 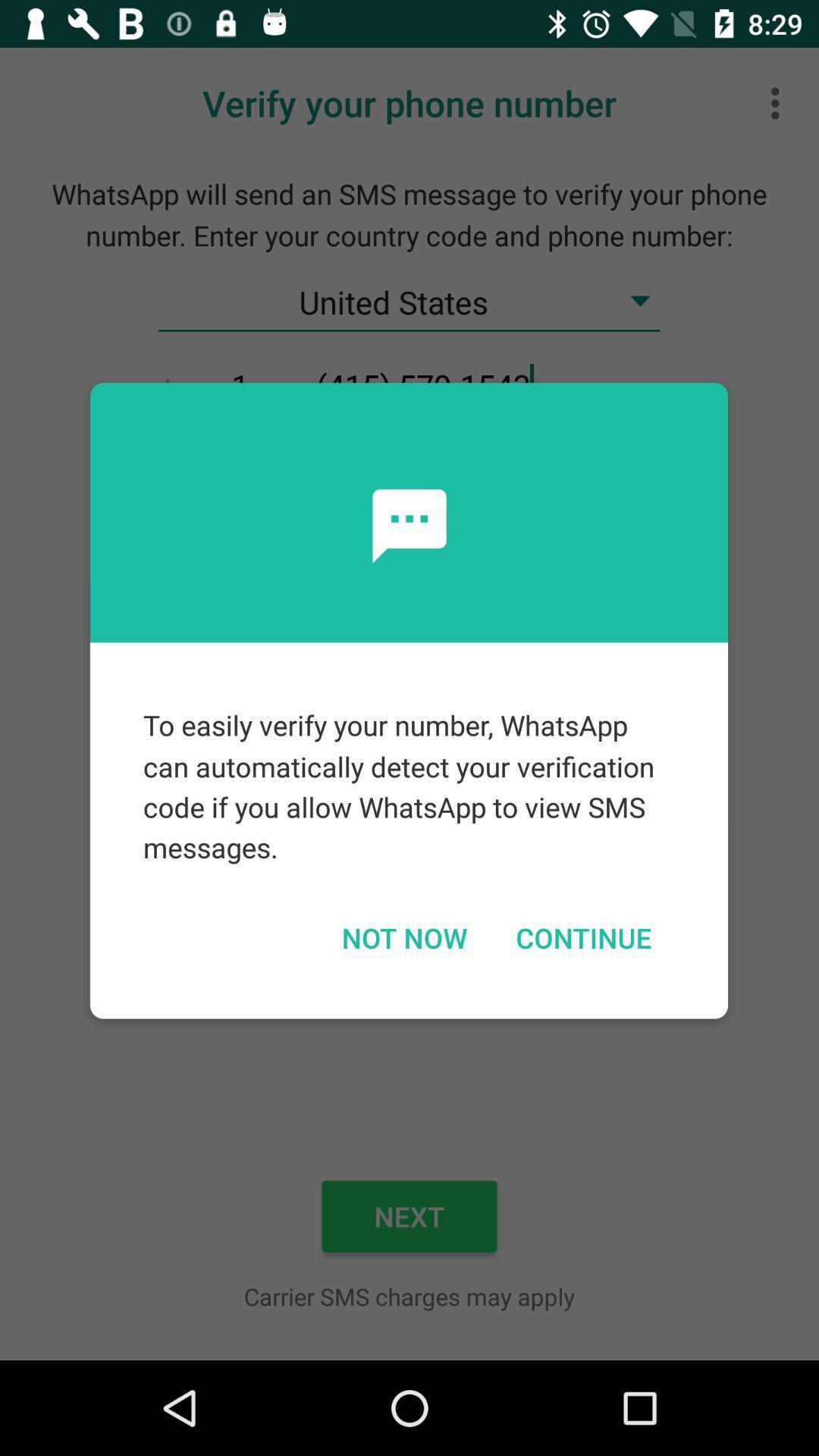 I want to click on icon to the right of not now icon, so click(x=582, y=937).